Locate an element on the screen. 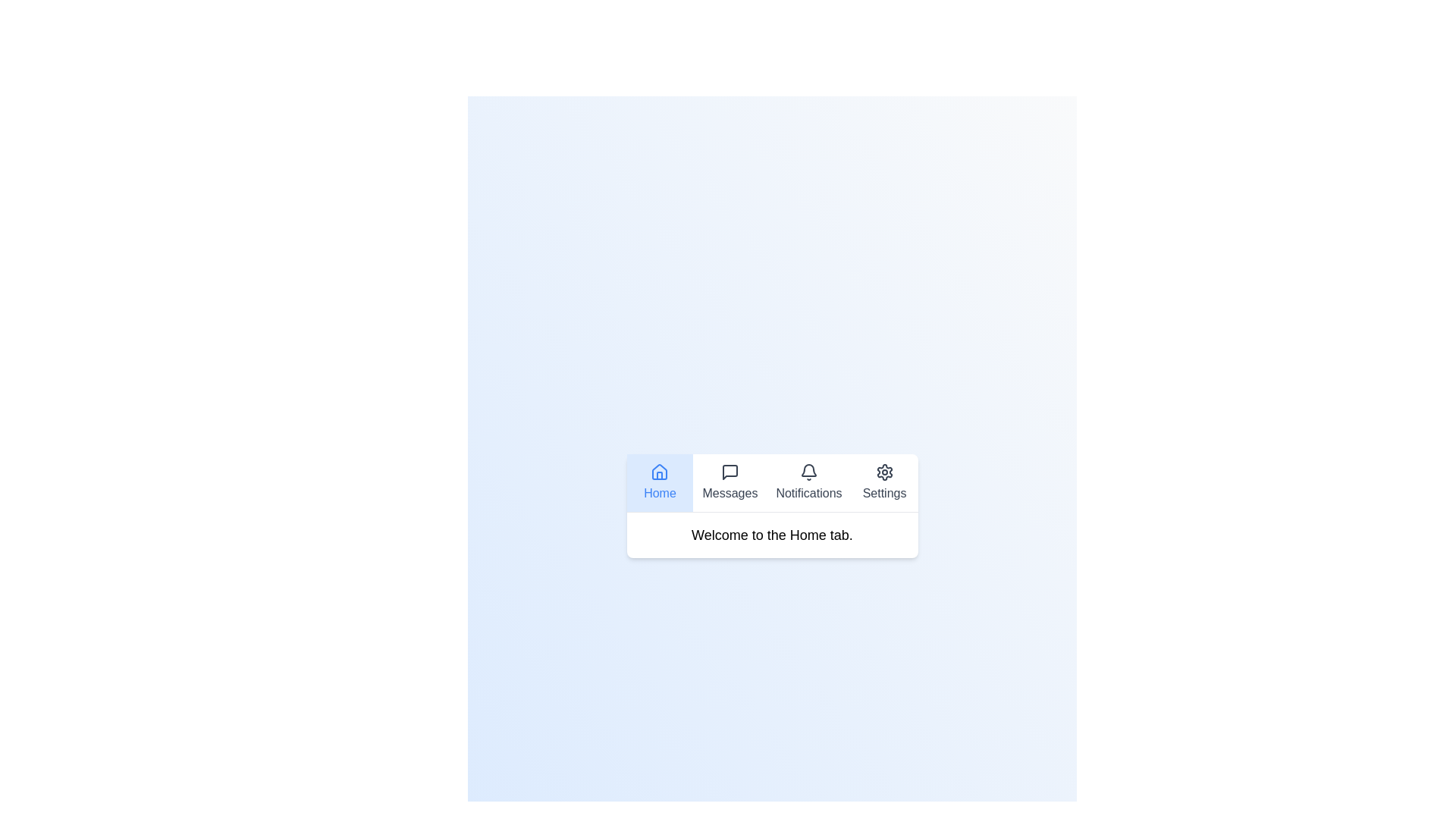  the 'Notifications' button, which features centered text and a bell icon is located at coordinates (808, 482).